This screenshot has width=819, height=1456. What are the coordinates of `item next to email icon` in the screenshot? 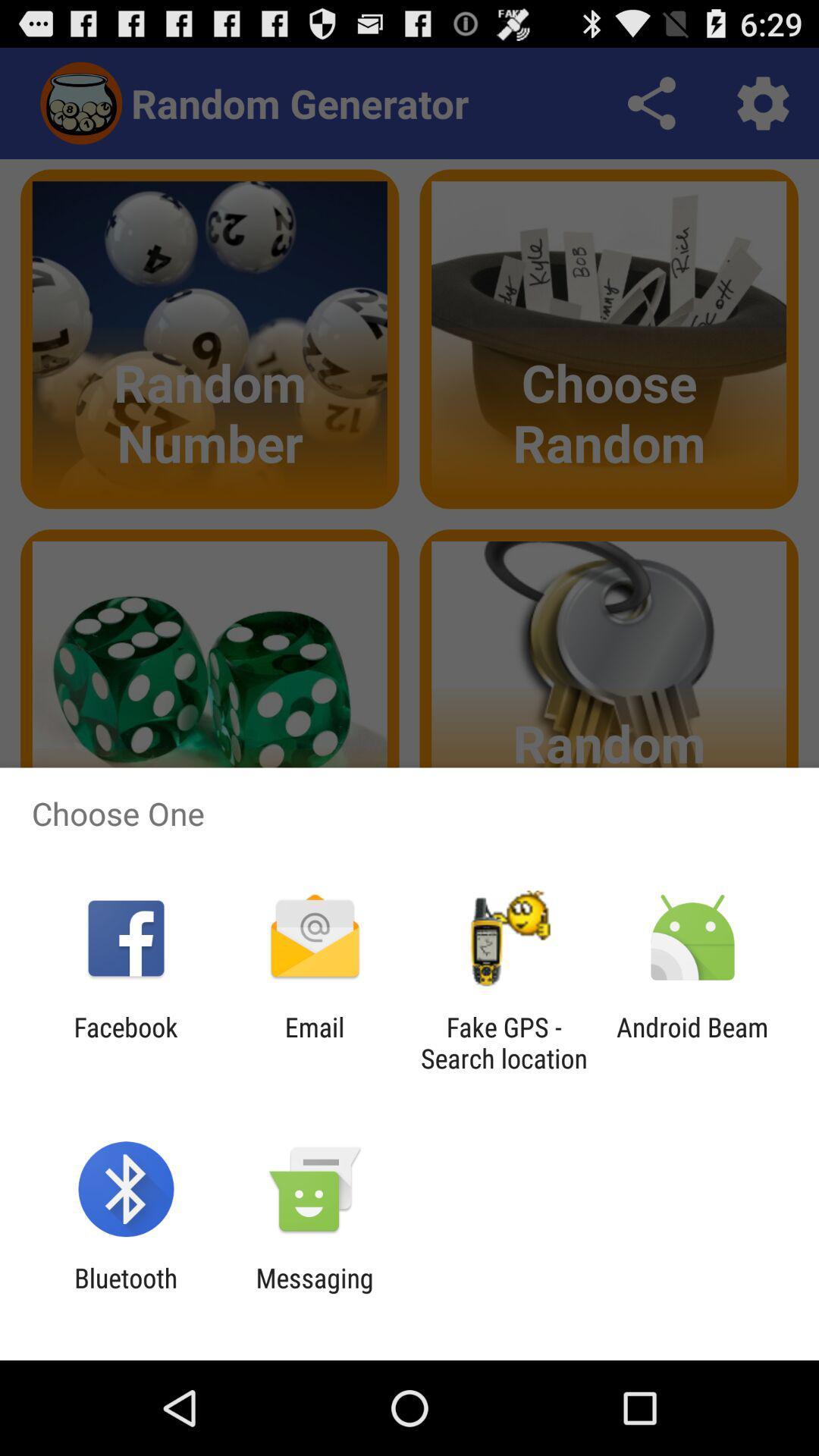 It's located at (504, 1042).